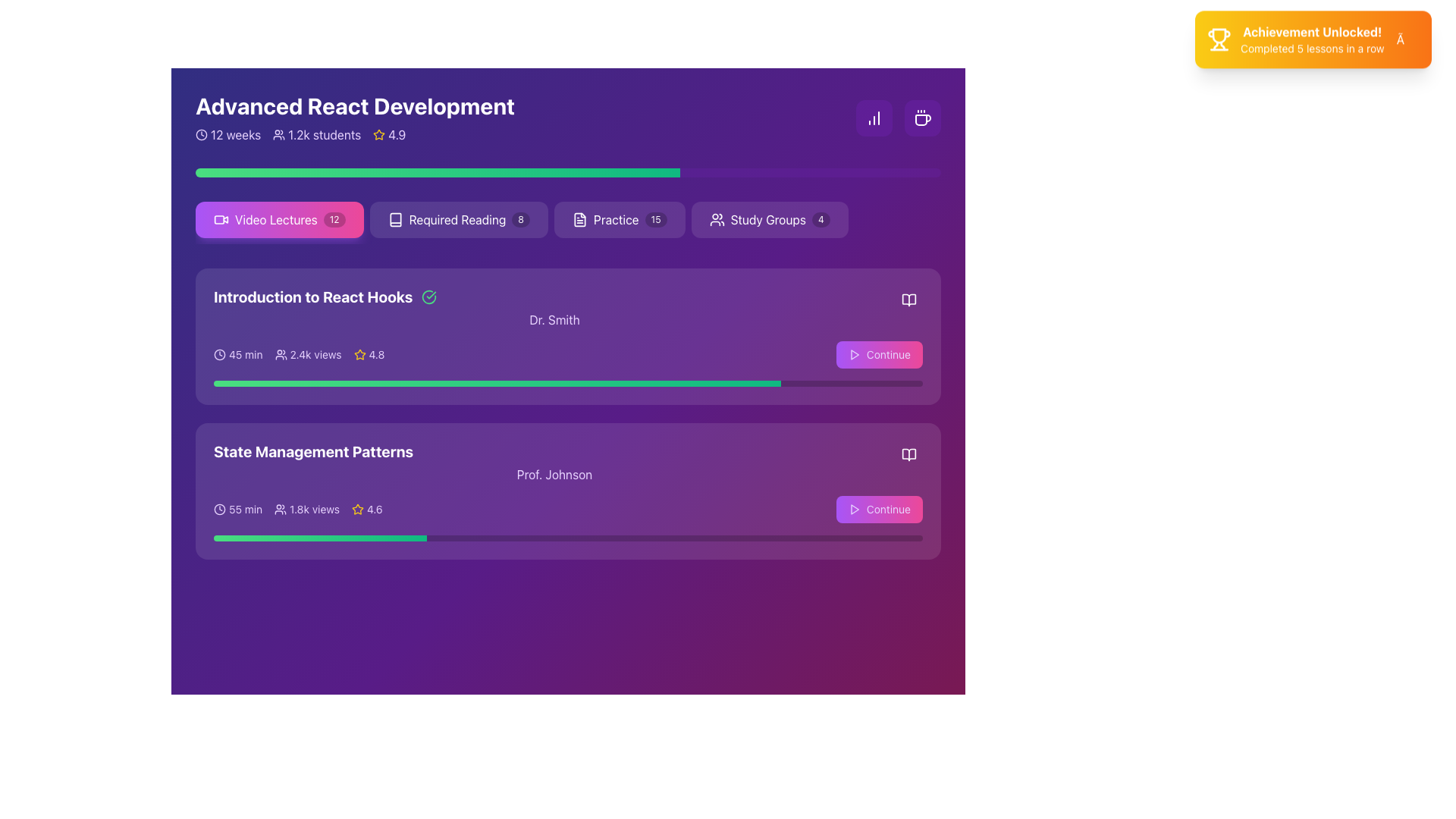  I want to click on the user icon and text indicator showing '1.8k views' within the 'State Management Patterns' course metadata, located between the '55 min' time indicator and '4.6' rating score, so click(306, 509).